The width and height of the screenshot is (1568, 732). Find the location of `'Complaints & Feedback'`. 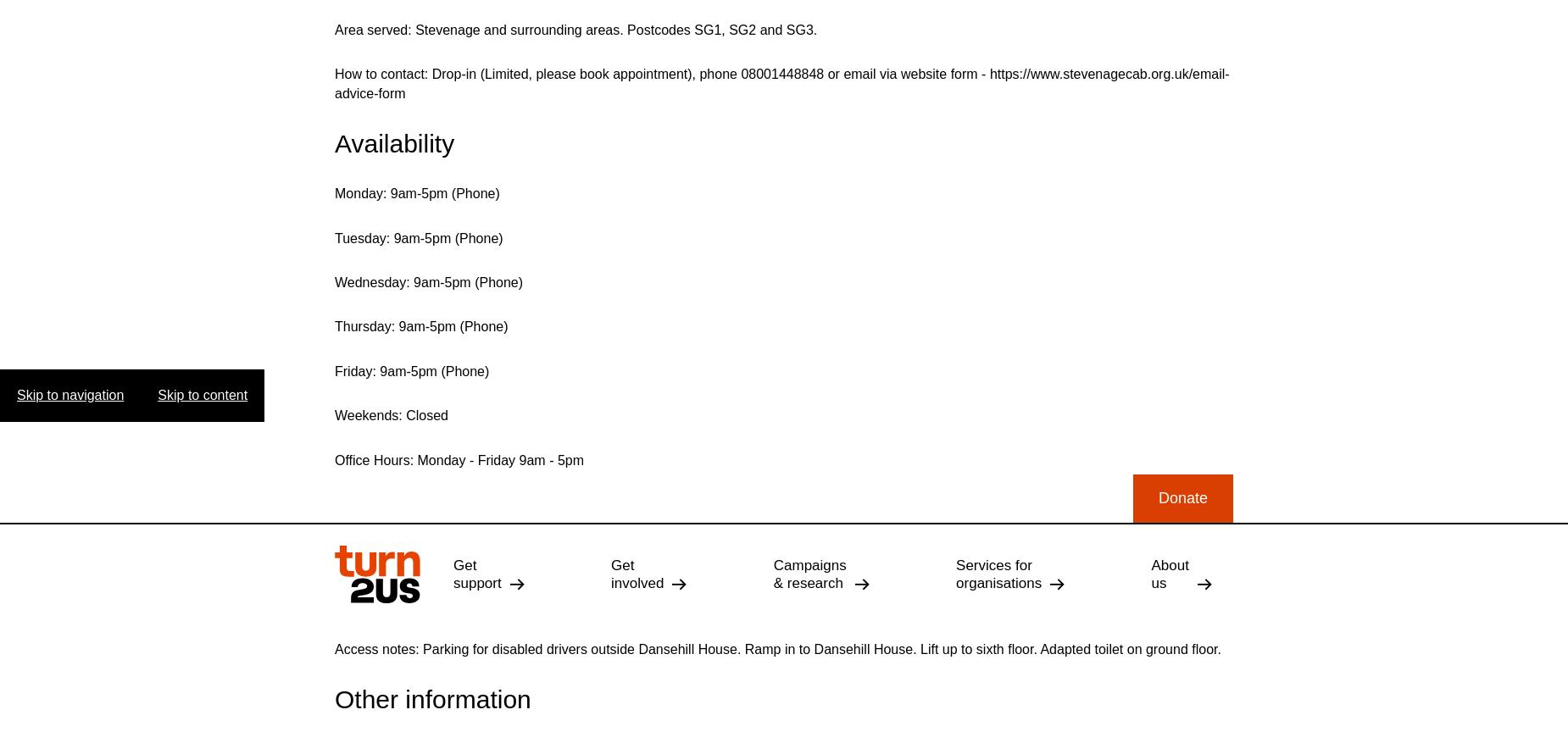

'Complaints & Feedback' is located at coordinates (799, 518).